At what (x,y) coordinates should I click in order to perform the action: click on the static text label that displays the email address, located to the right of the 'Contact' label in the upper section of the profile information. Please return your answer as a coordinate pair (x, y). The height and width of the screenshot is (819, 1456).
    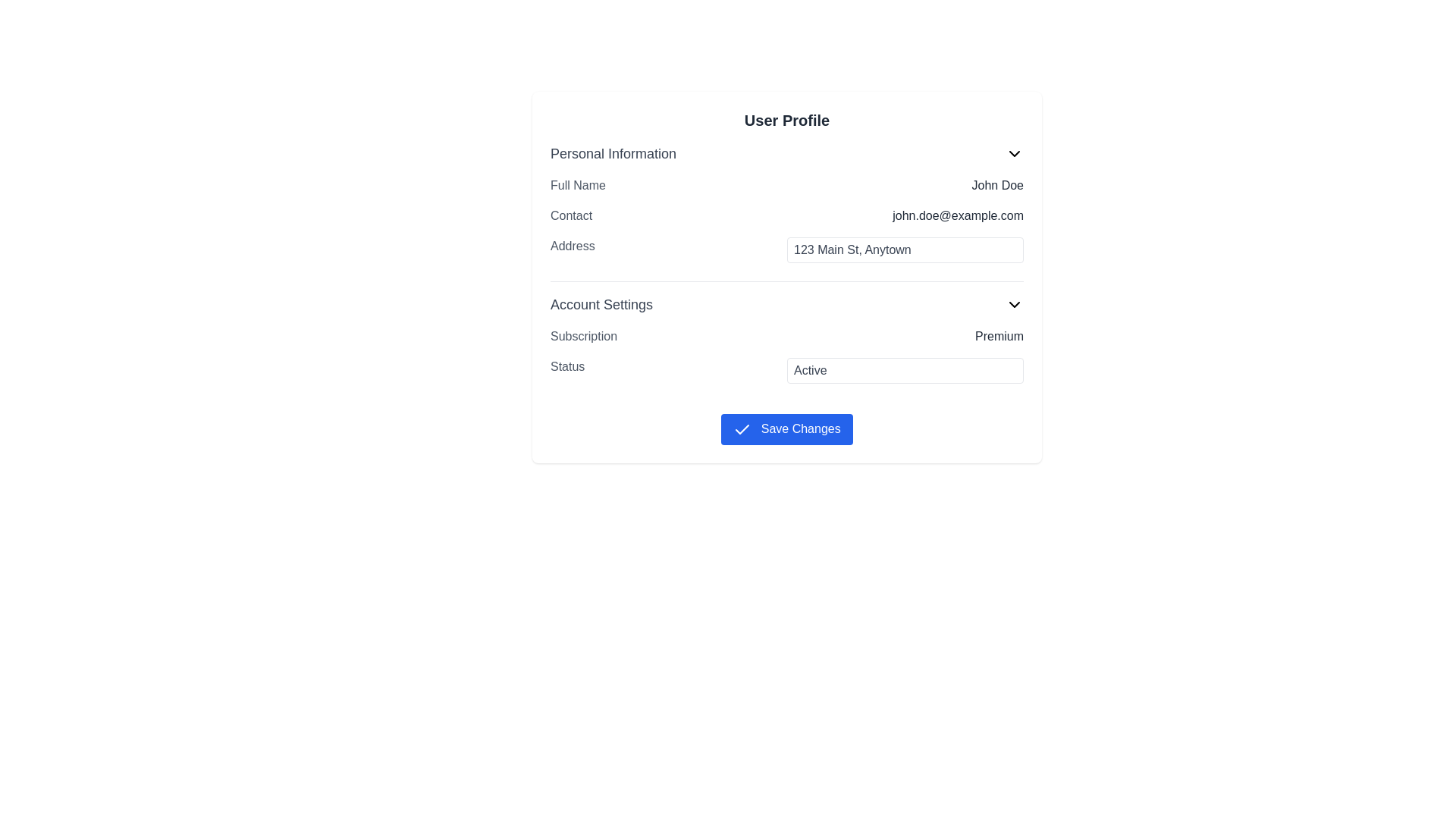
    Looking at the image, I should click on (957, 216).